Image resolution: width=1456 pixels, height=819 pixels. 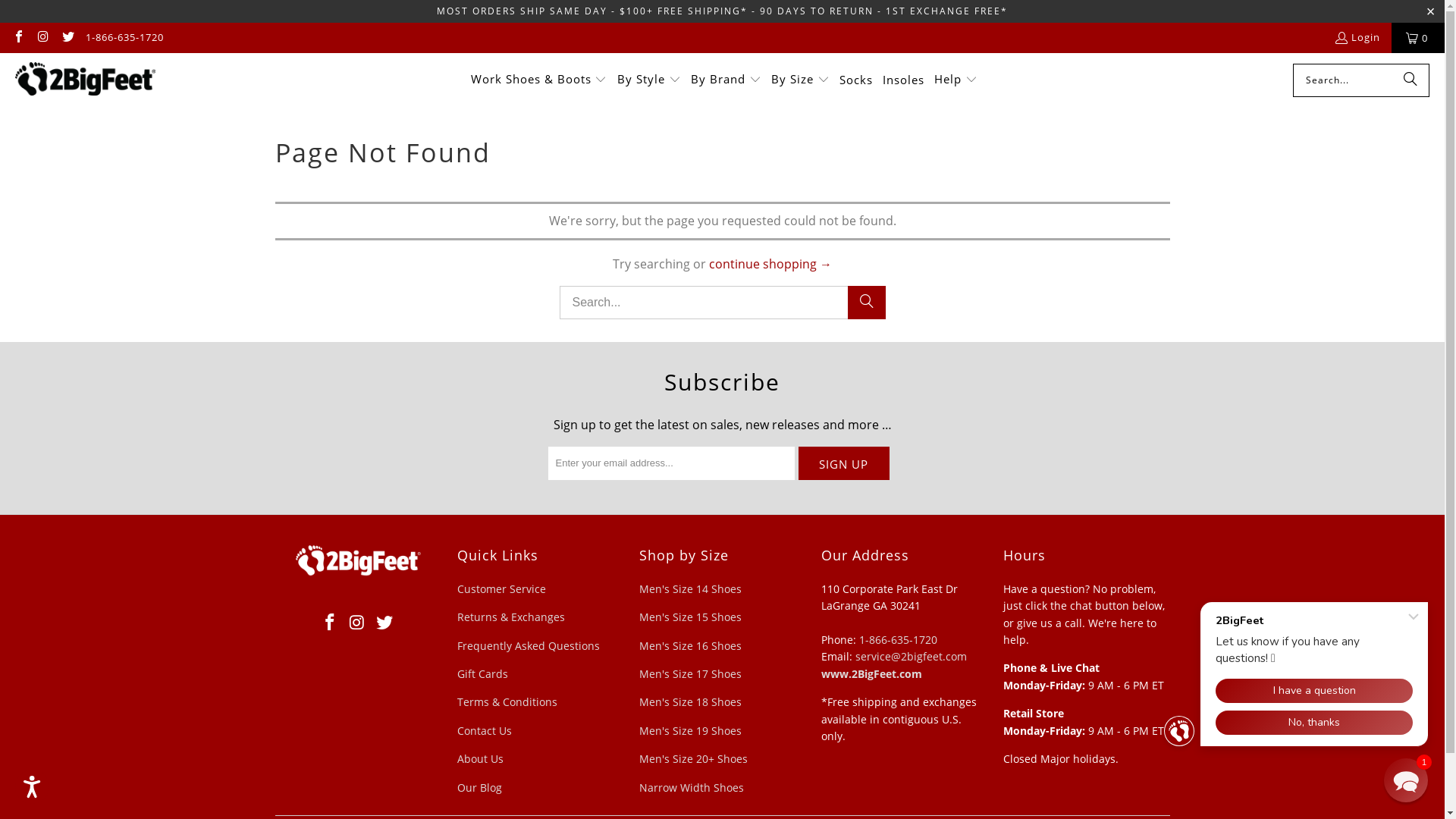 I want to click on 'Men's Size 16 Shoes', so click(x=689, y=645).